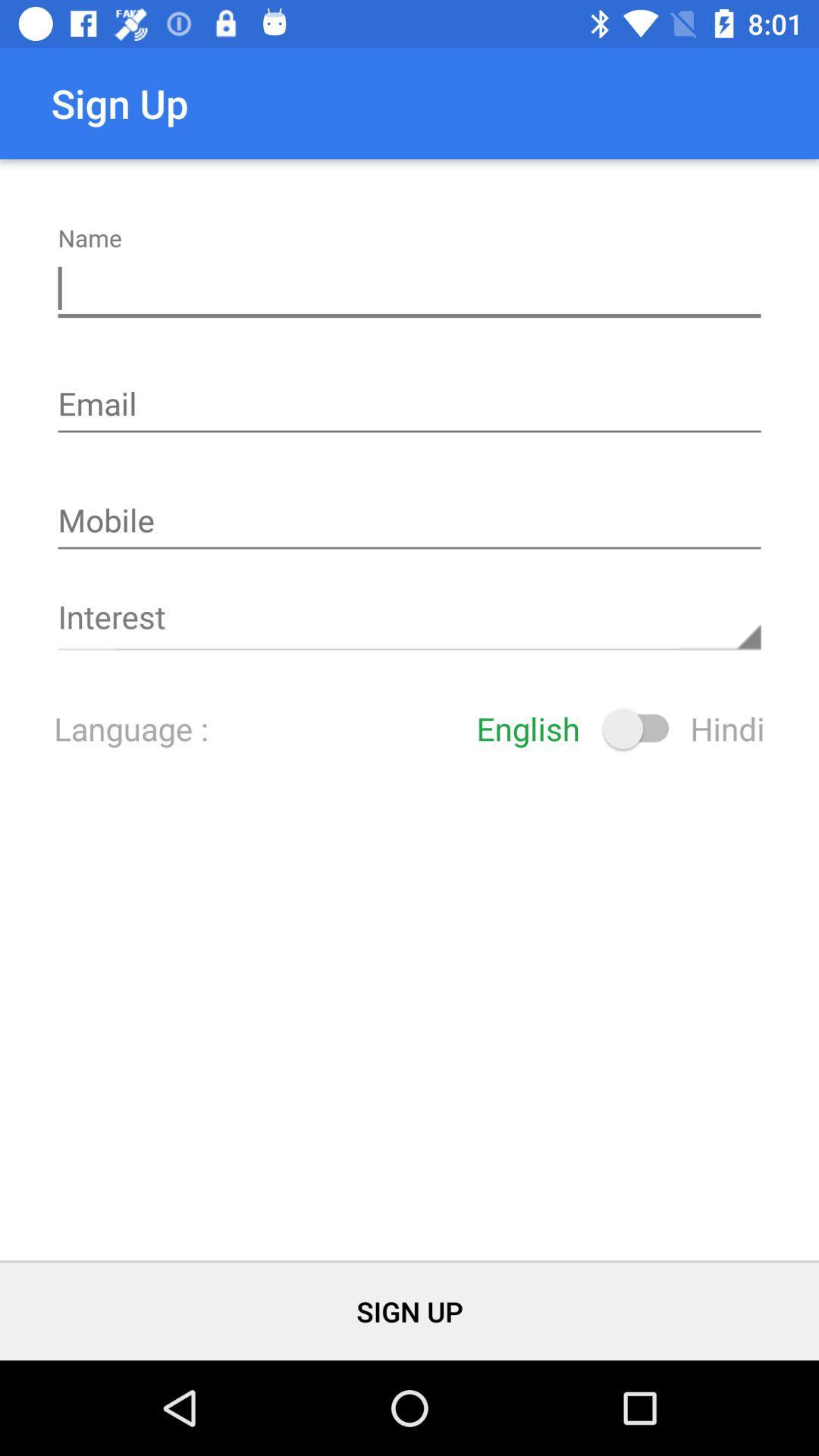 The image size is (819, 1456). What do you see at coordinates (409, 406) in the screenshot?
I see `space to write email` at bounding box center [409, 406].